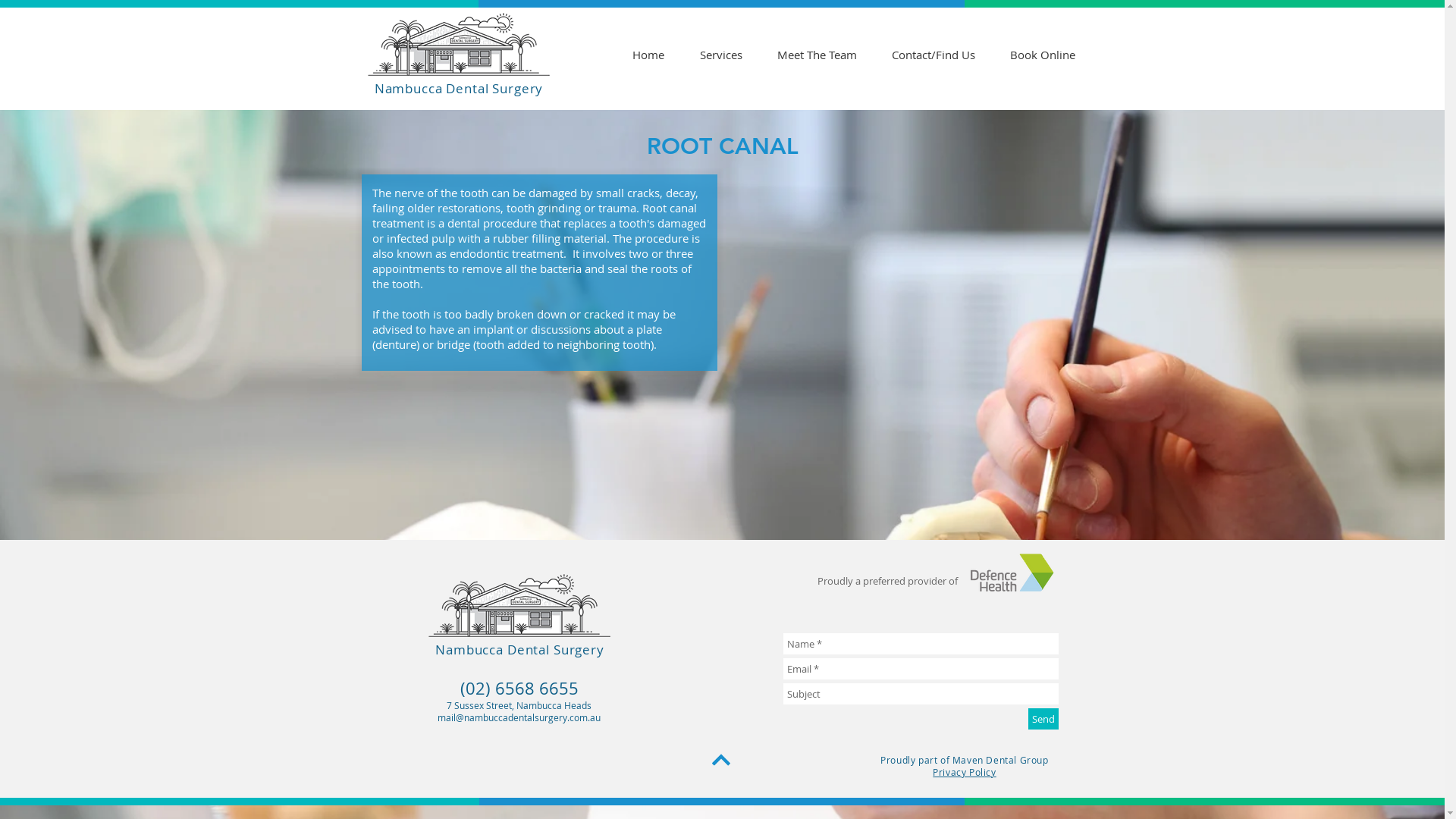 This screenshot has height=819, width=1456. Describe the element at coordinates (518, 688) in the screenshot. I see `'(02) 6568 6655'` at that location.